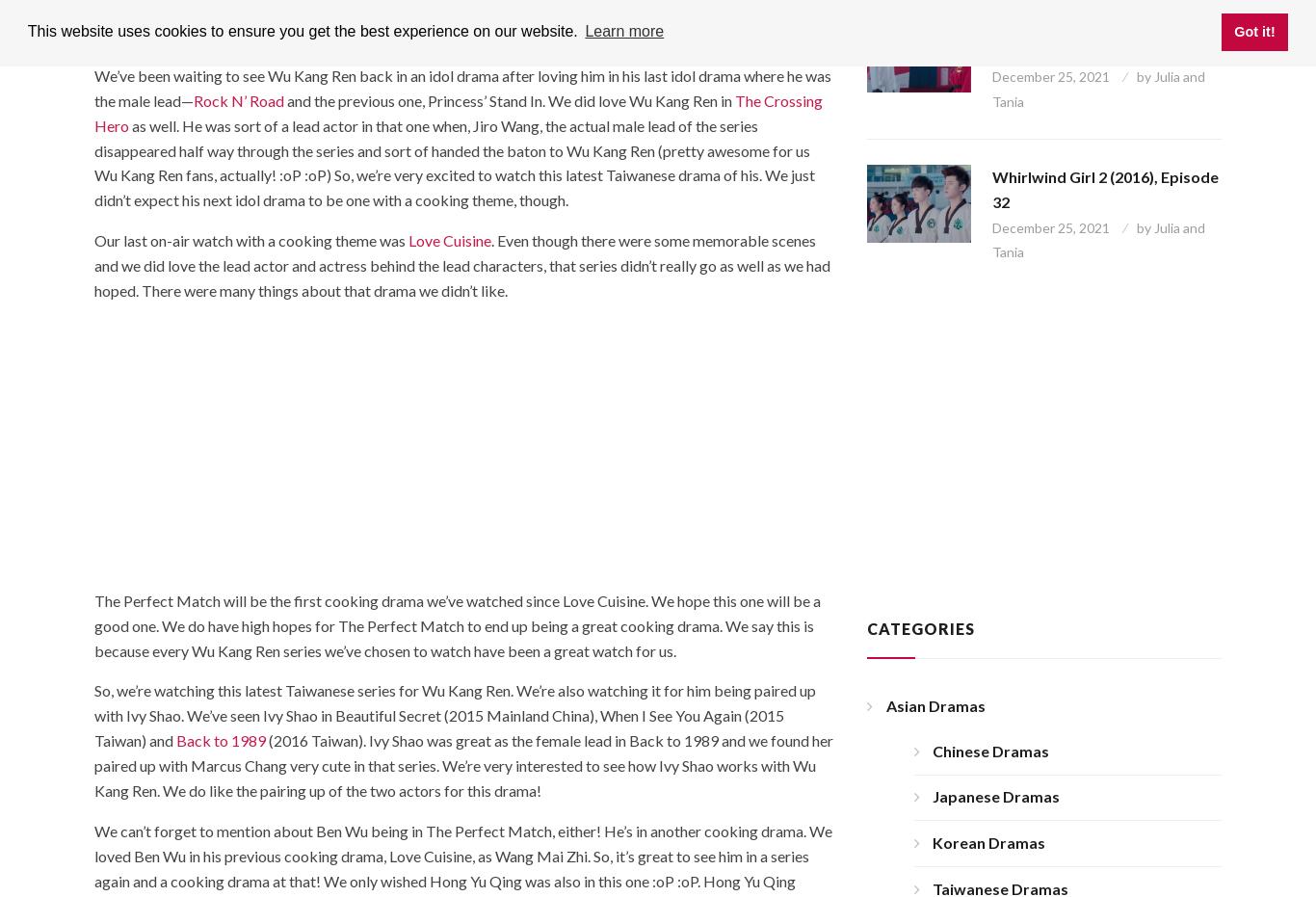 The width and height of the screenshot is (1316, 897). What do you see at coordinates (995, 795) in the screenshot?
I see `'Japanese Dramas'` at bounding box center [995, 795].